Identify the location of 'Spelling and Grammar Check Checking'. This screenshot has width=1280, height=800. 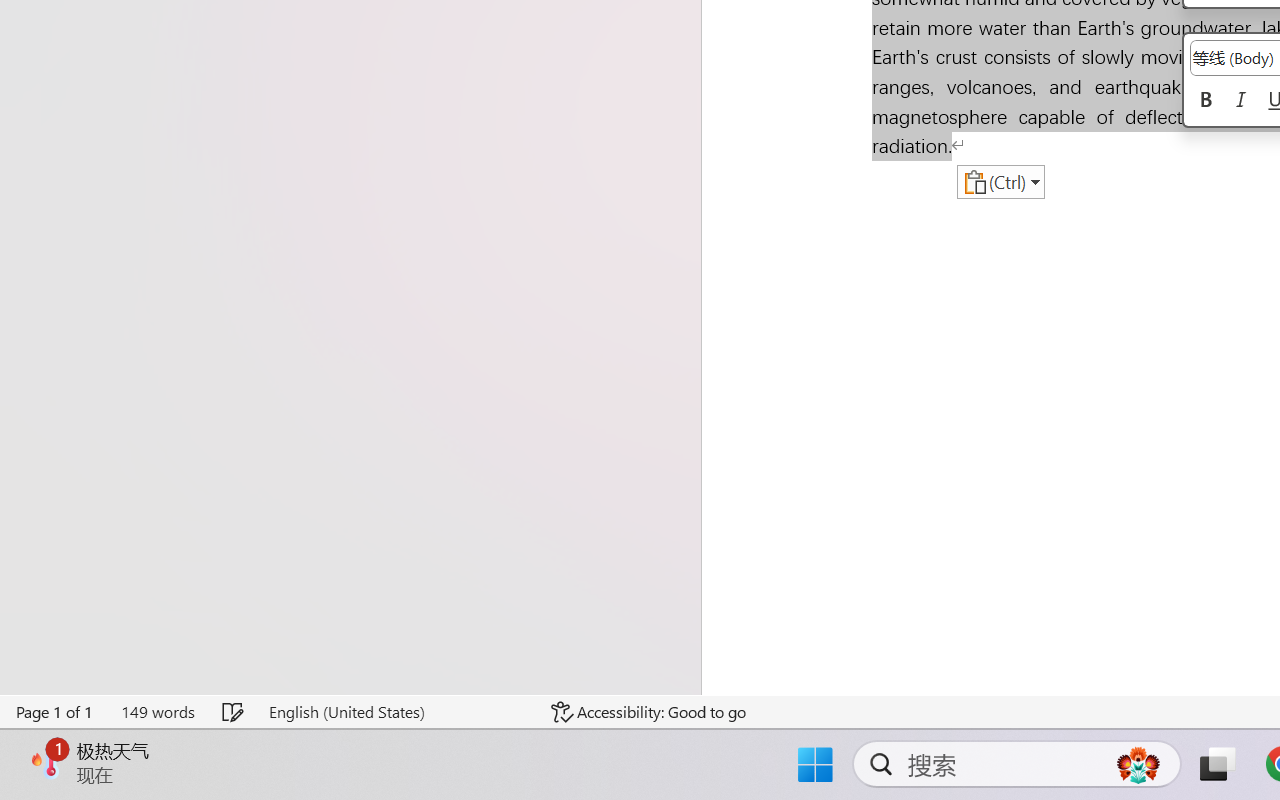
(234, 711).